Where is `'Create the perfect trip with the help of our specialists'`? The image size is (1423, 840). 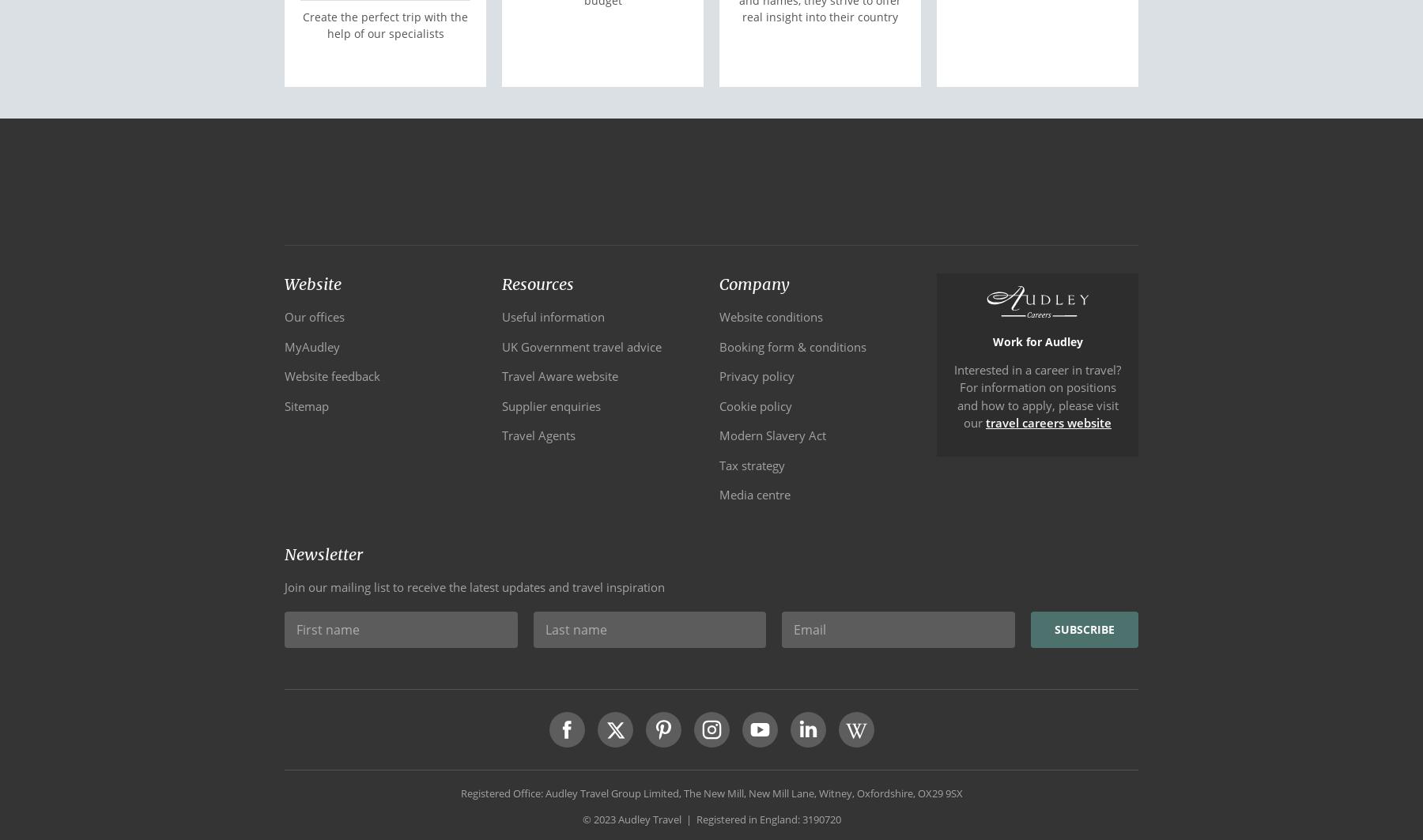
'Create the perfect trip with the help of our specialists' is located at coordinates (384, 24).